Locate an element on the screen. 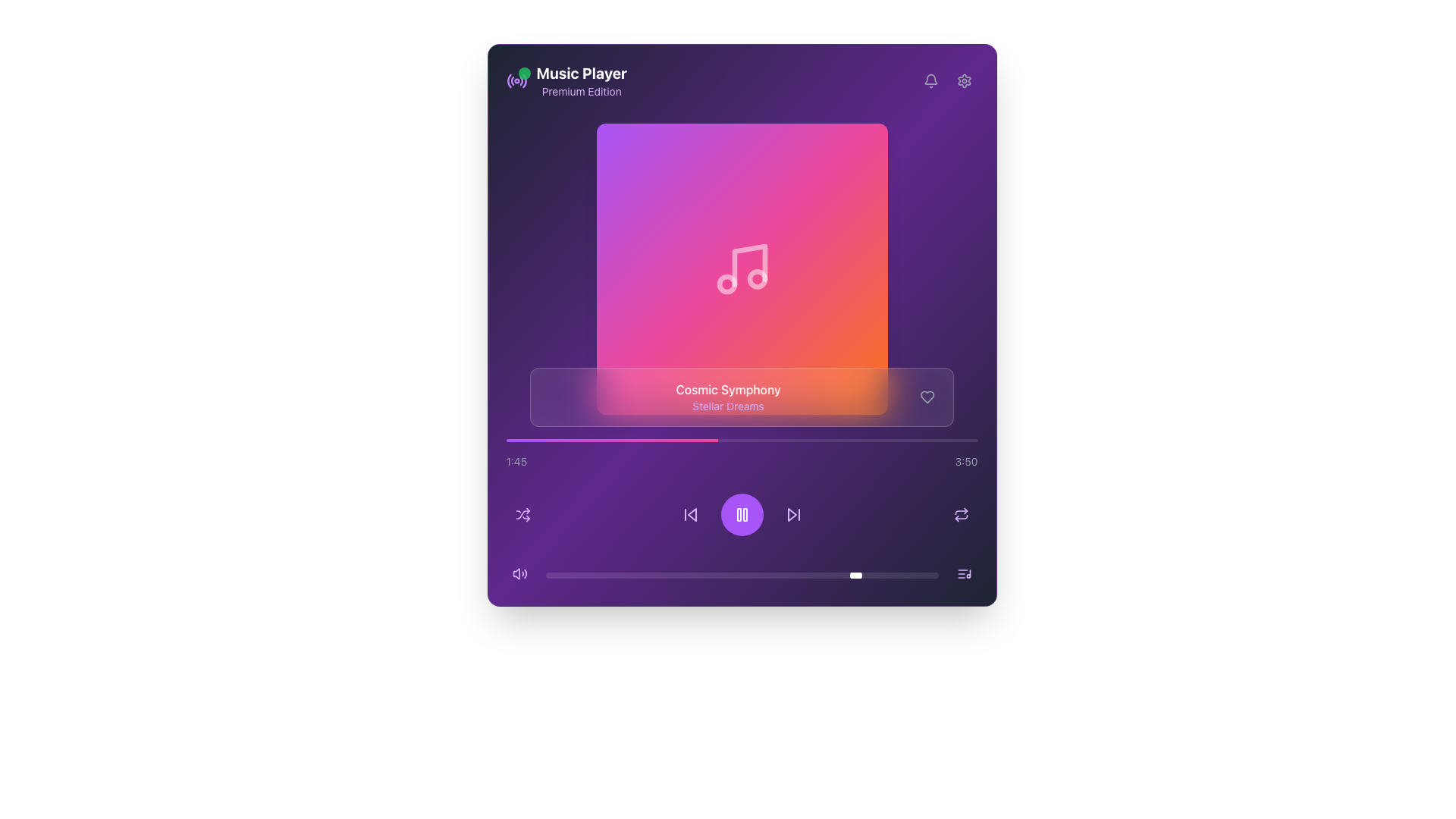 The height and width of the screenshot is (819, 1456). the skip button located centrally is located at coordinates (689, 513).